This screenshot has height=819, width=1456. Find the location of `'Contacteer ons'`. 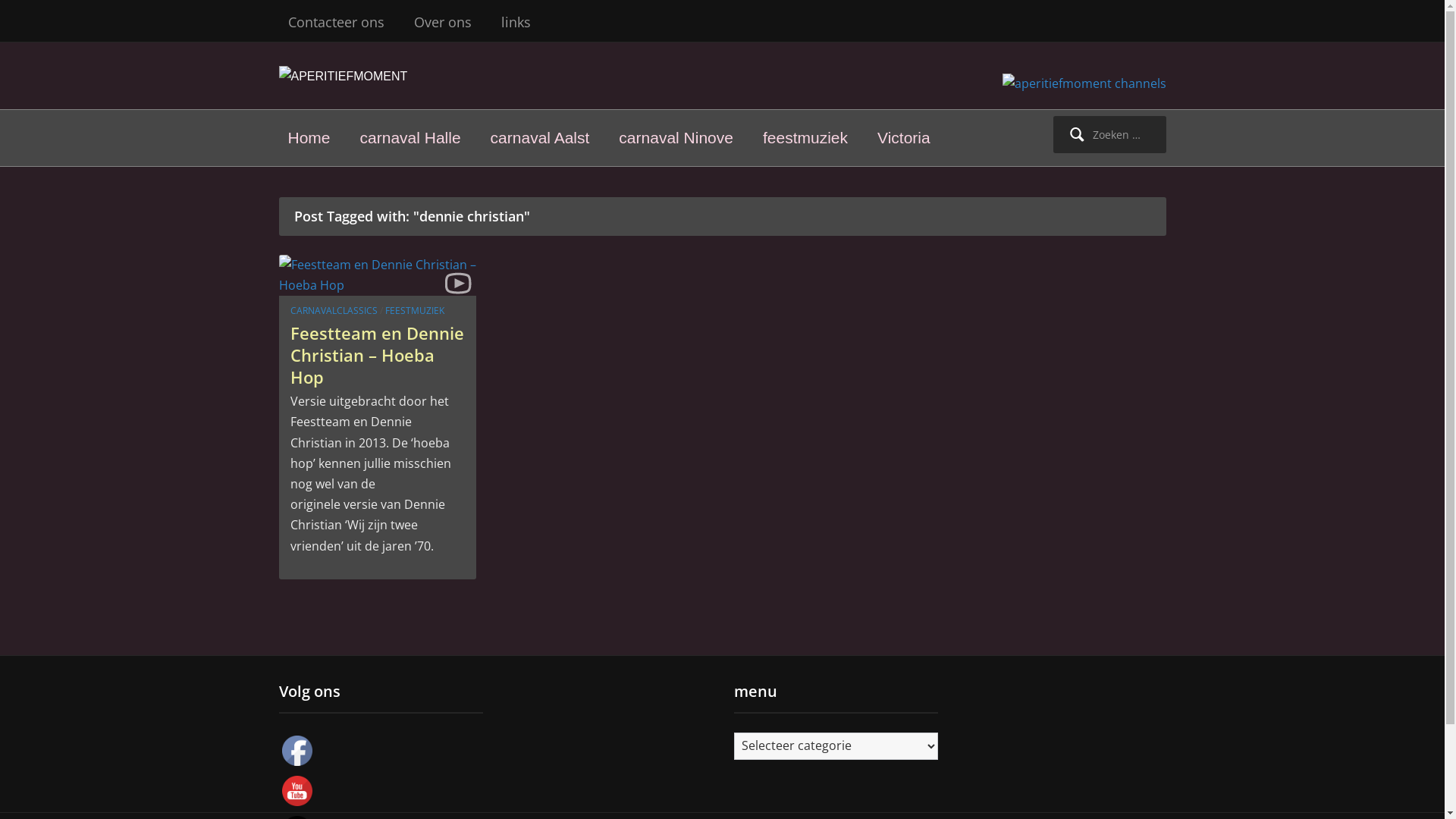

'Contacteer ons' is located at coordinates (335, 22).